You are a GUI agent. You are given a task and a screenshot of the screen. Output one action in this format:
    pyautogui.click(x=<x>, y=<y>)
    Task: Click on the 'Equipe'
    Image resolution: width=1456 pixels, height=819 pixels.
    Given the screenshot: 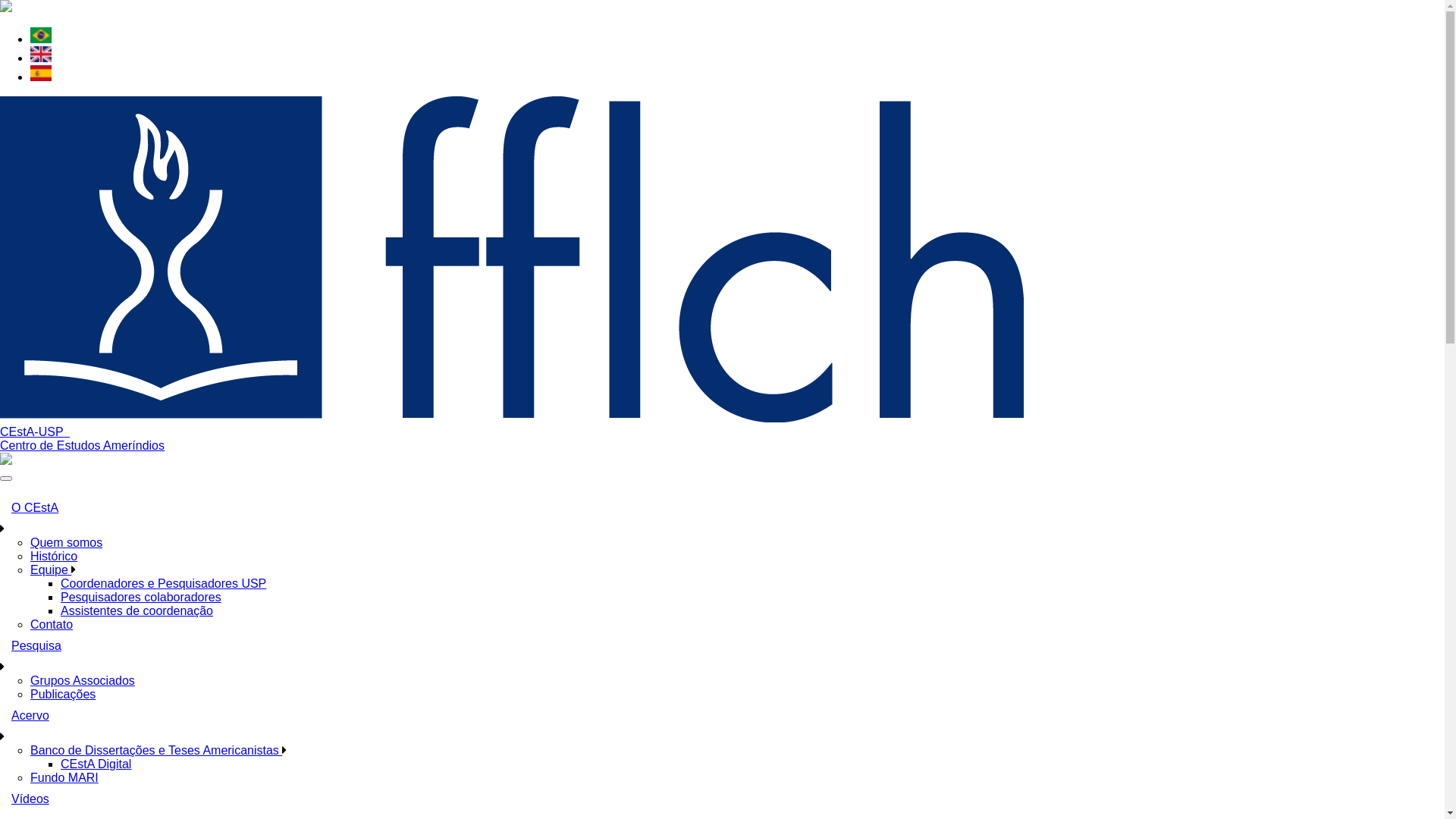 What is the action you would take?
    pyautogui.click(x=51, y=570)
    